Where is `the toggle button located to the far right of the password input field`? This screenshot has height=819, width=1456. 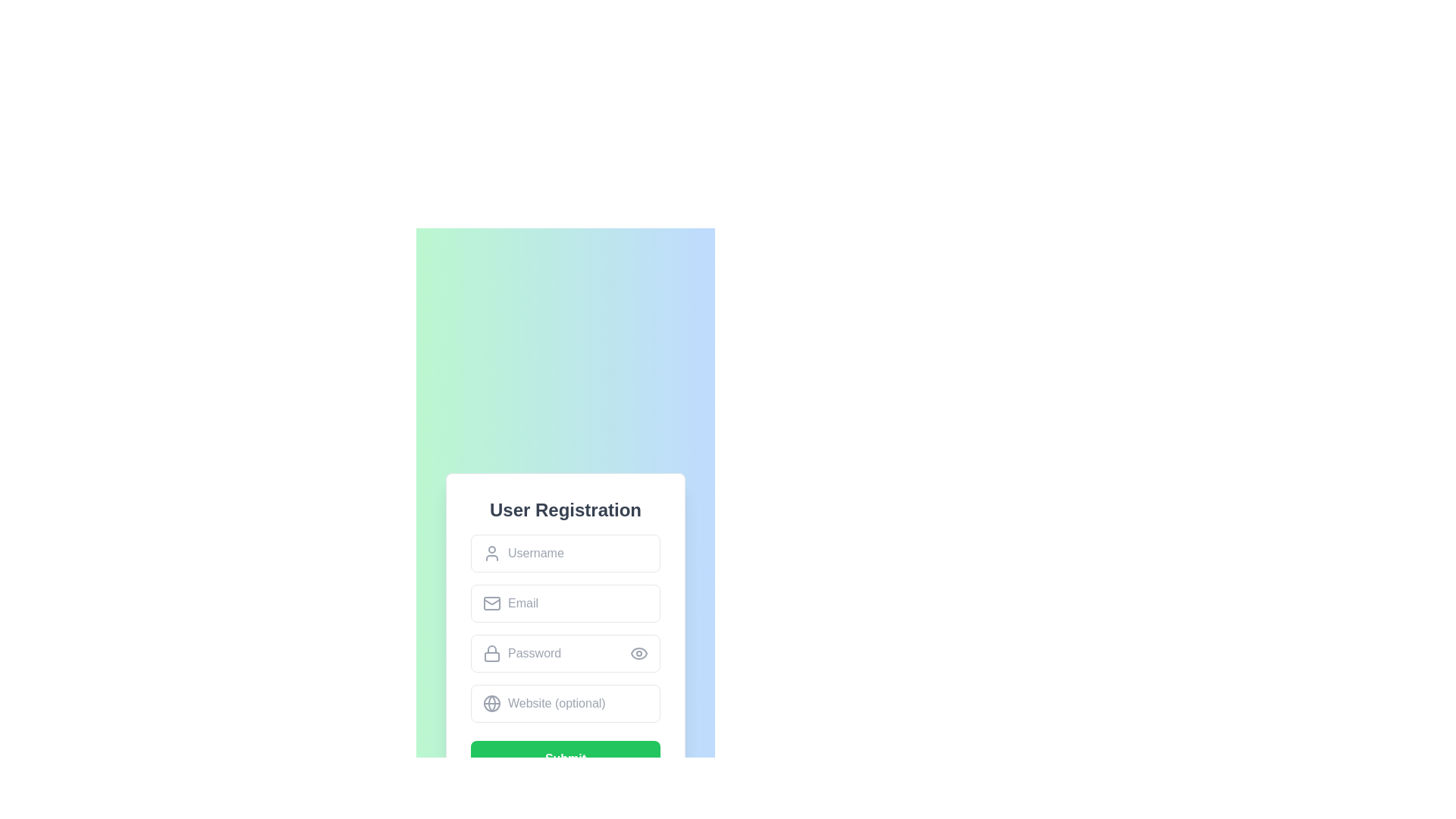 the toggle button located to the far right of the password input field is located at coordinates (639, 652).